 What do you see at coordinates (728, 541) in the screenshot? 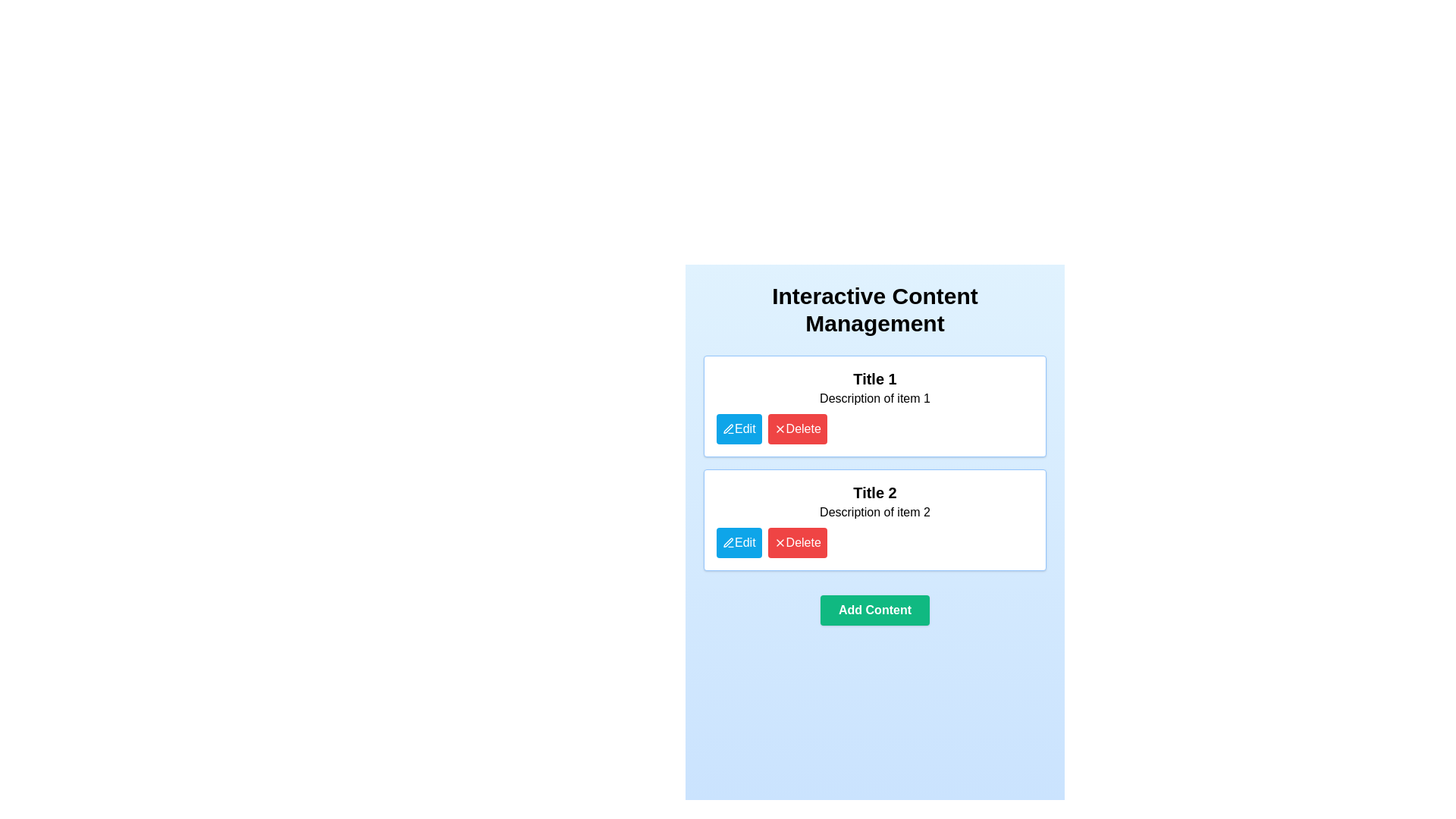
I see `the icon representing the editable action for the second content block labeled 'Title 2'` at bounding box center [728, 541].